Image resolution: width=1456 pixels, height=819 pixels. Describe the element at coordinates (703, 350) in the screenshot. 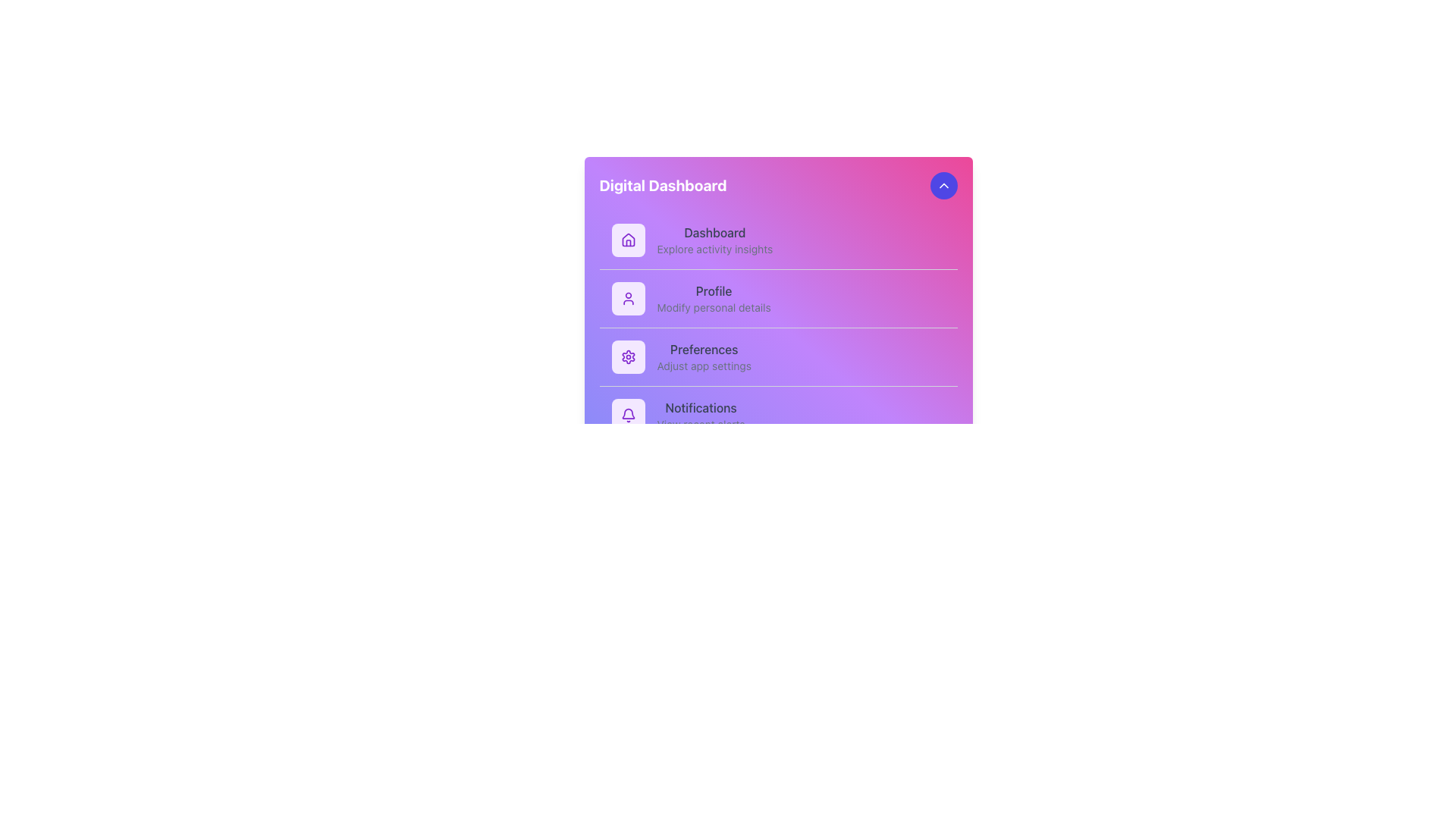

I see `the text label for the navigation item that directs to the application preferences section, located in the third position of the navigation menu` at that location.